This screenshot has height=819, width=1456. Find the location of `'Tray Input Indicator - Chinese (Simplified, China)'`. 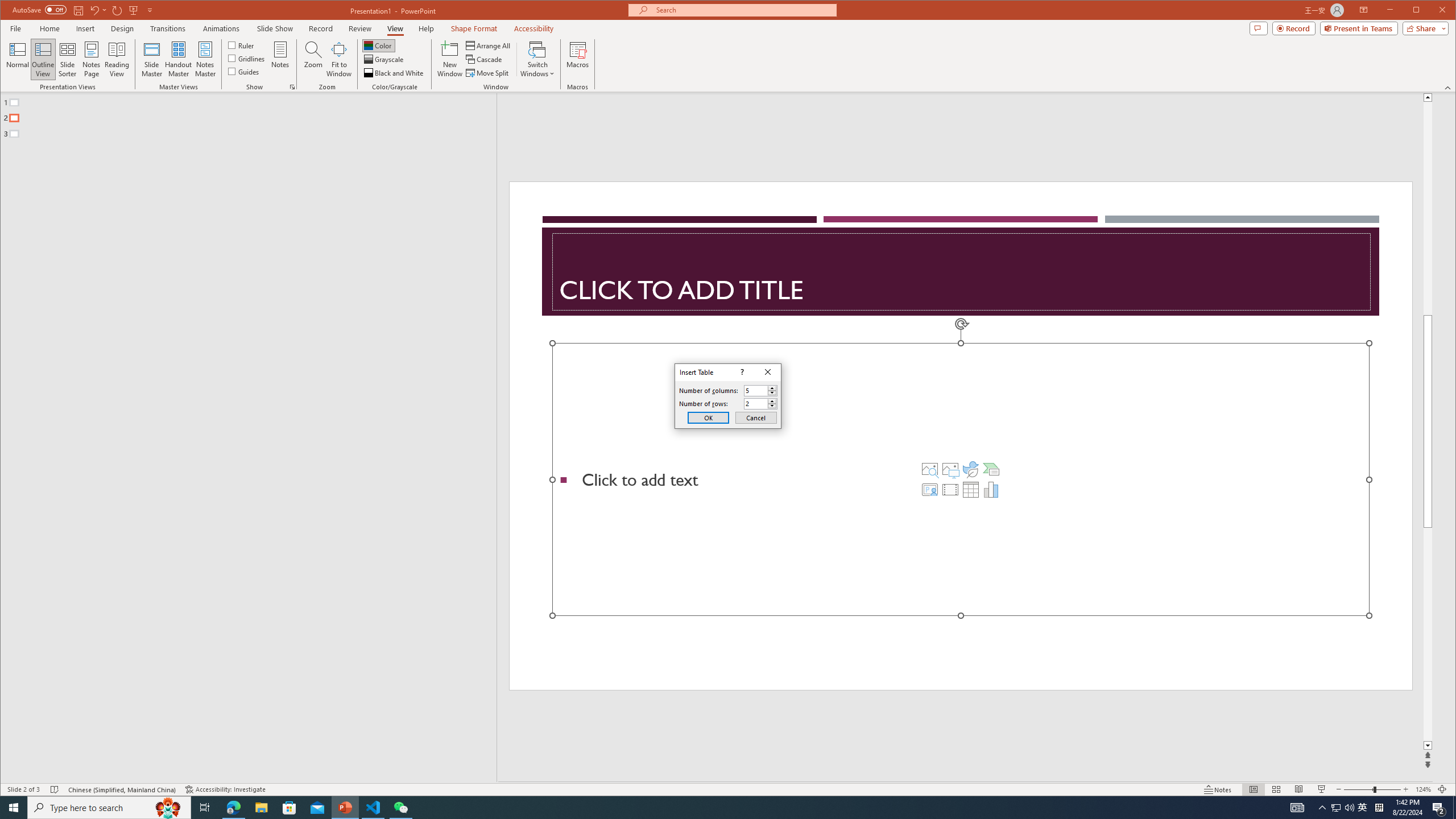

'Tray Input Indicator - Chinese (Simplified, China)' is located at coordinates (1379, 806).